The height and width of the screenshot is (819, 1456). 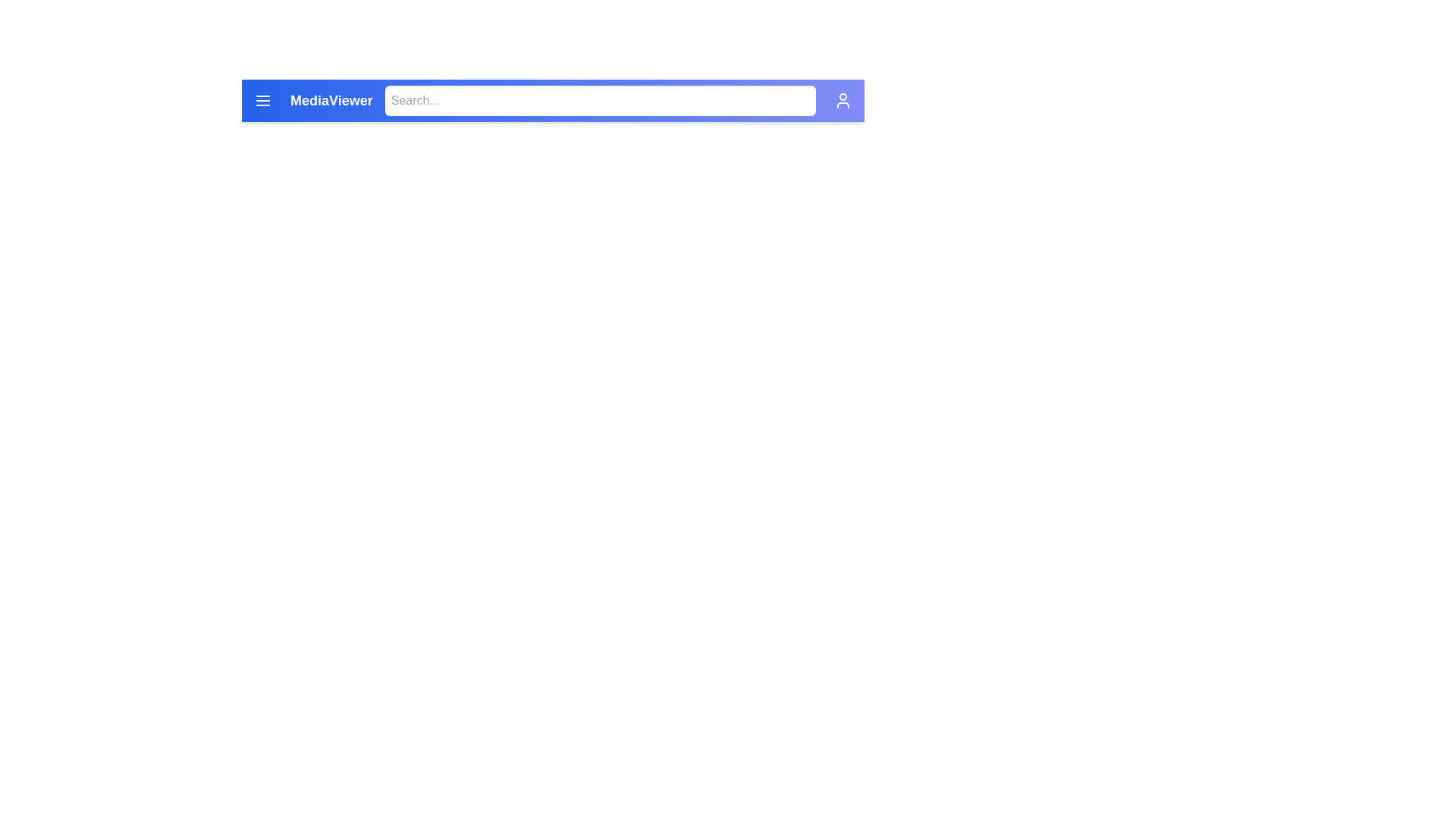 I want to click on the user profile access button located on the far right of the header bar, so click(x=843, y=100).